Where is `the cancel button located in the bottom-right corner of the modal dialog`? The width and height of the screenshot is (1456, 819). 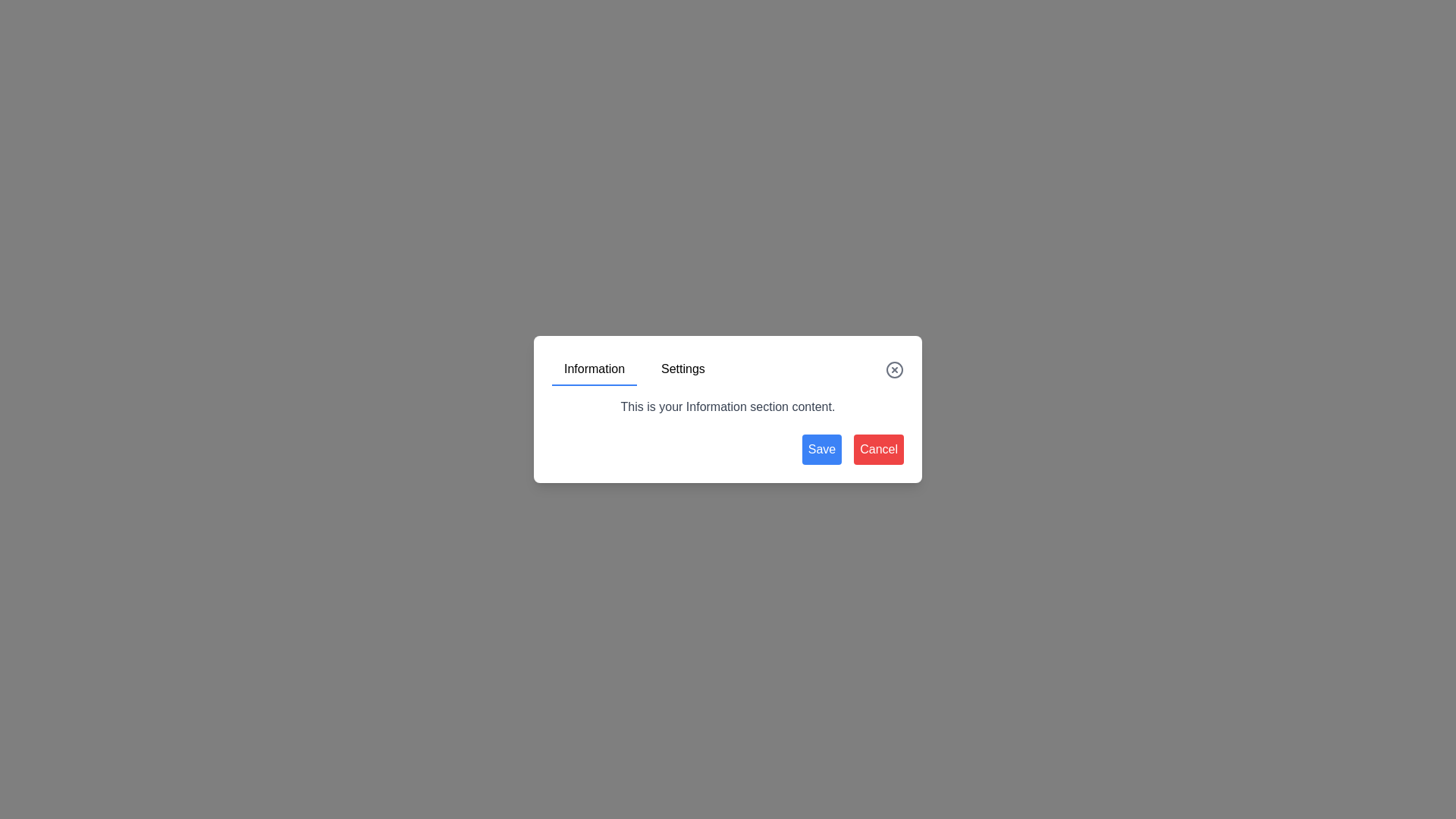 the cancel button located in the bottom-right corner of the modal dialog is located at coordinates (879, 449).